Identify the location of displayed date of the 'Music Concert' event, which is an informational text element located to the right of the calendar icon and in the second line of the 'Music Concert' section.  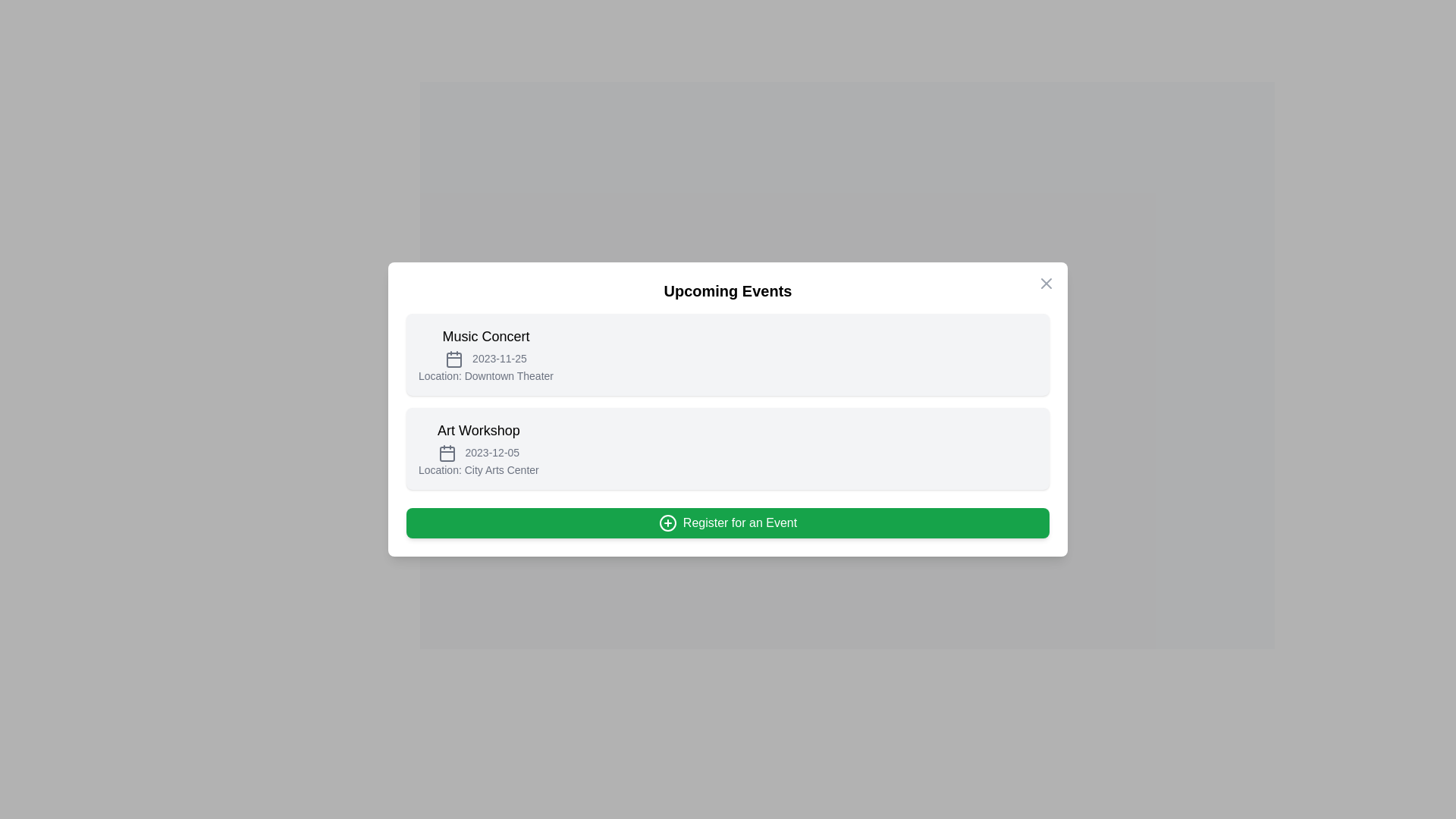
(485, 359).